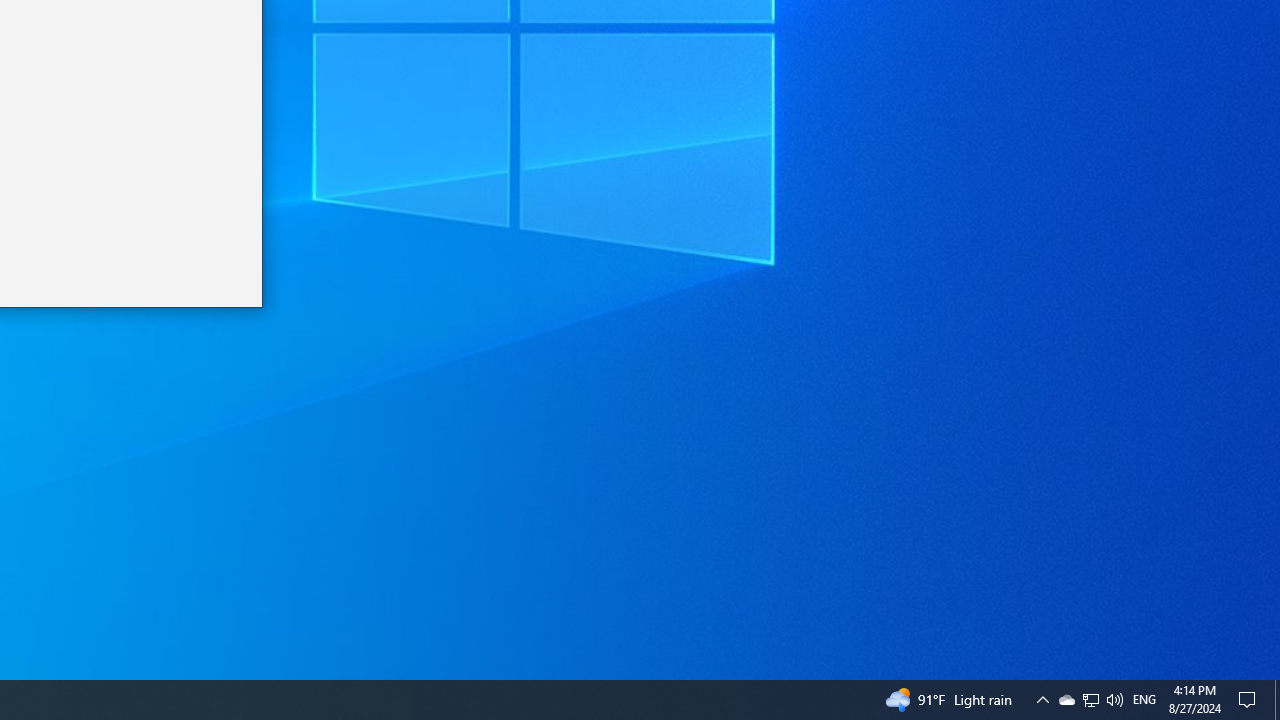 The width and height of the screenshot is (1280, 720). What do you see at coordinates (1250, 698) in the screenshot?
I see `'Action Center, No new notifications'` at bounding box center [1250, 698].